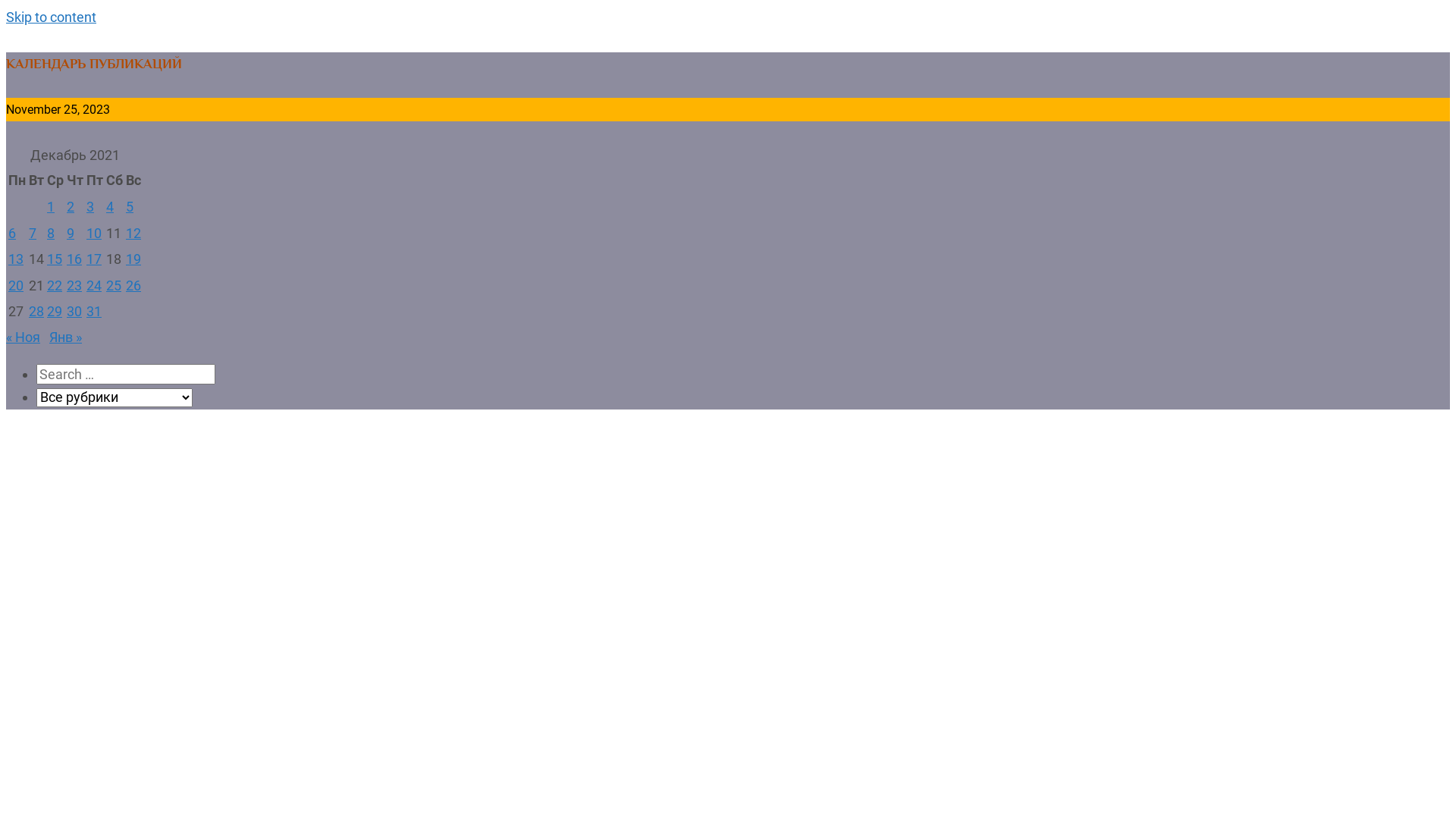  Describe the element at coordinates (55, 285) in the screenshot. I see `'22'` at that location.